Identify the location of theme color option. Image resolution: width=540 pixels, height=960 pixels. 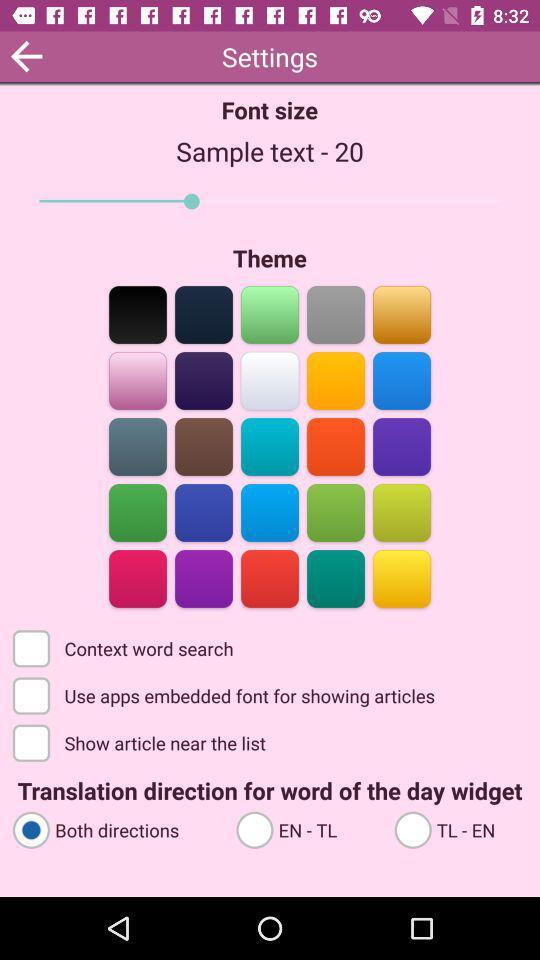
(137, 378).